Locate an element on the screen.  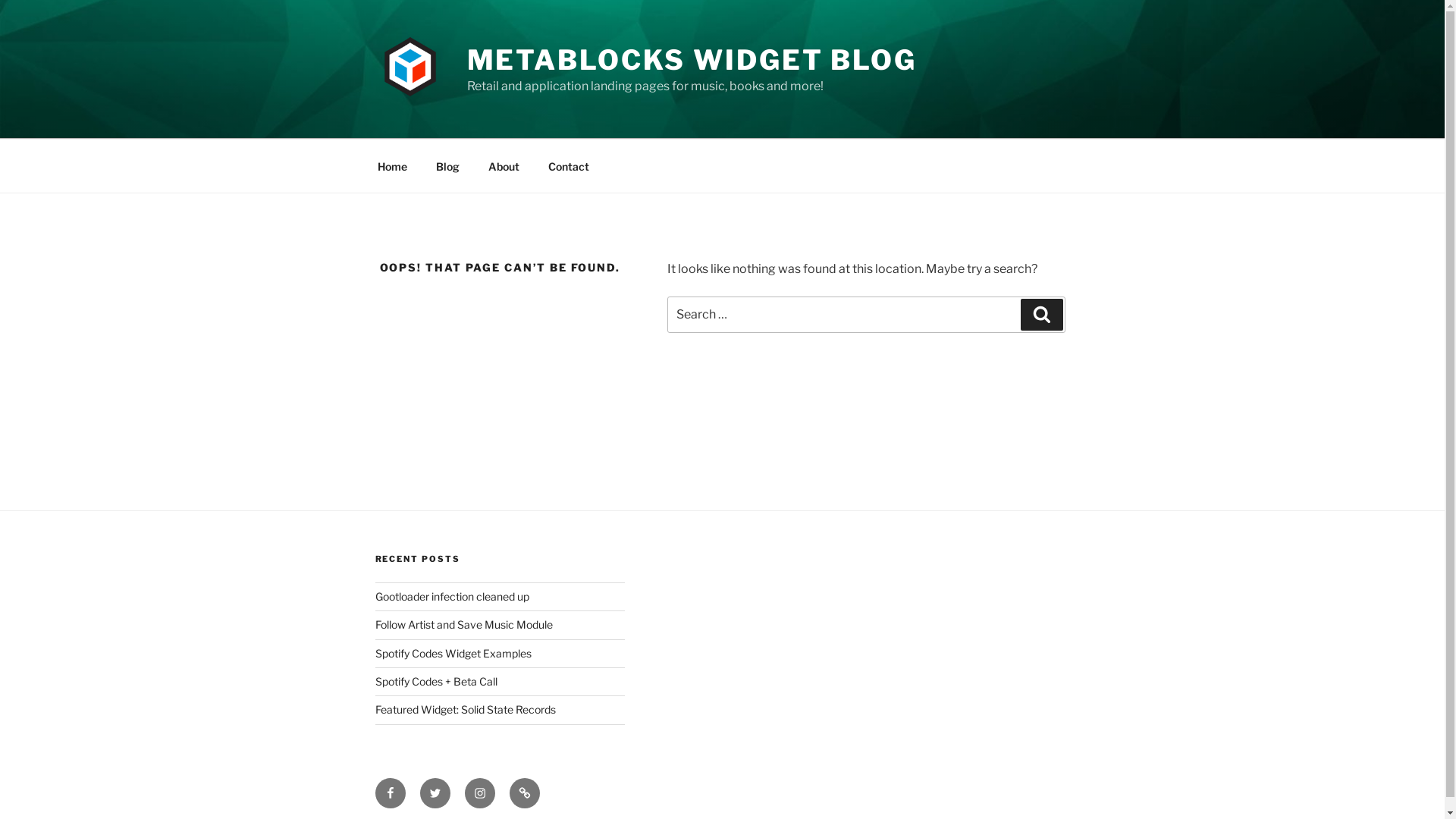
'Search' is located at coordinates (1040, 314).